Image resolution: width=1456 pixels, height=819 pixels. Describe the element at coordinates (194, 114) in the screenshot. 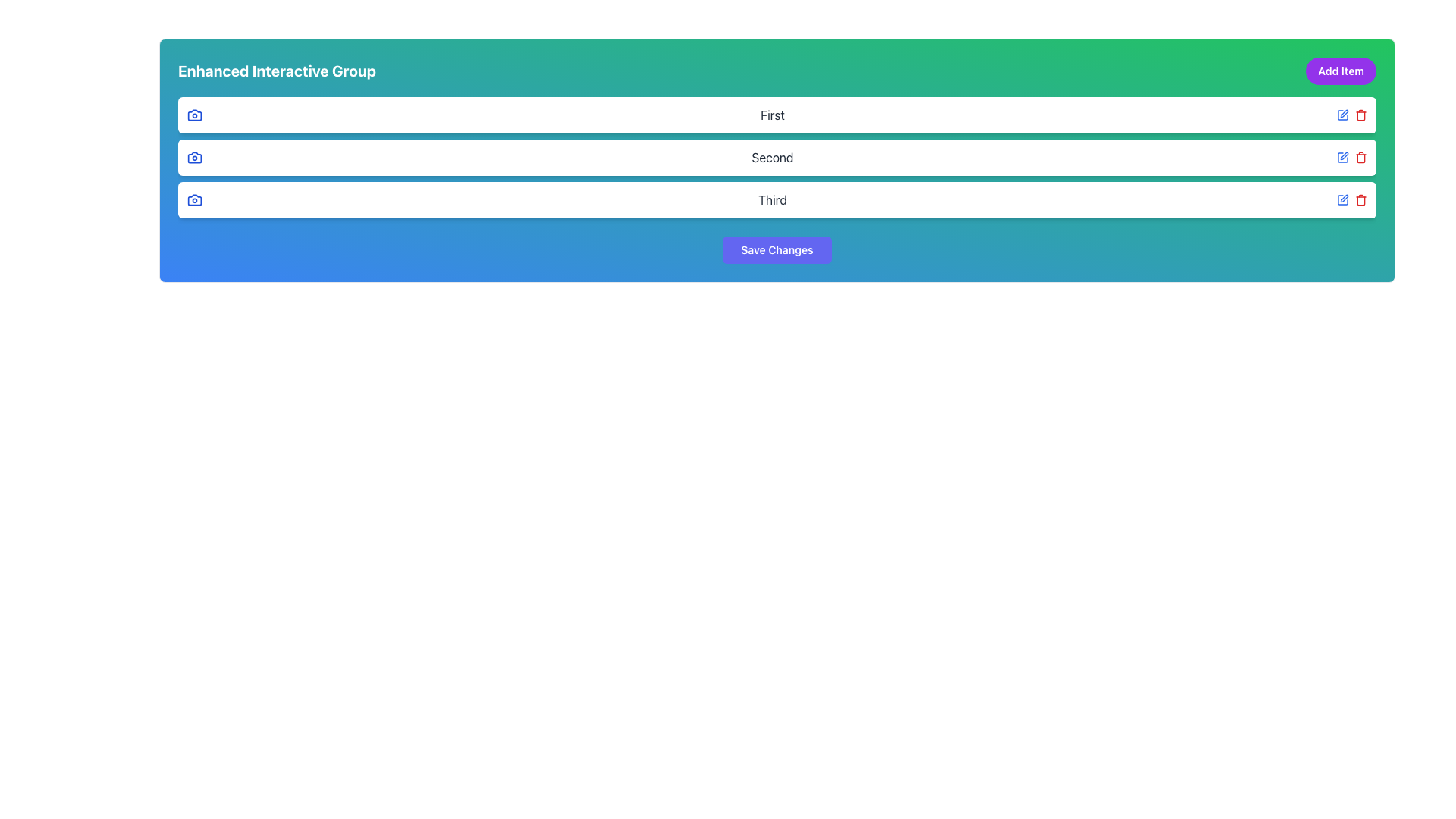

I see `the SVG camera icon located to the left in the first row labeled 'First', adjacent to the text 'First'` at that location.